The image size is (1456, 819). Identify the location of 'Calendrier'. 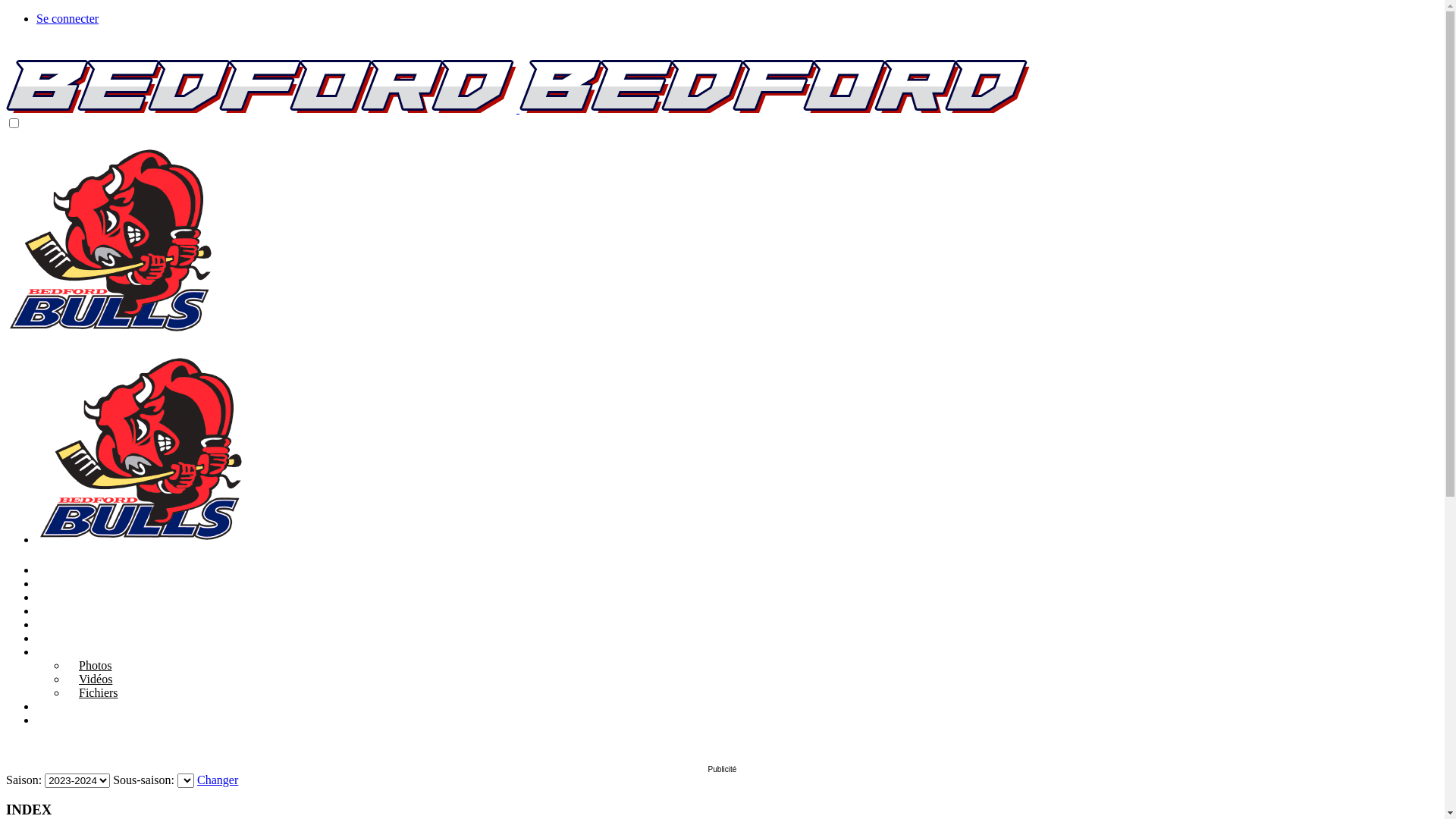
(61, 596).